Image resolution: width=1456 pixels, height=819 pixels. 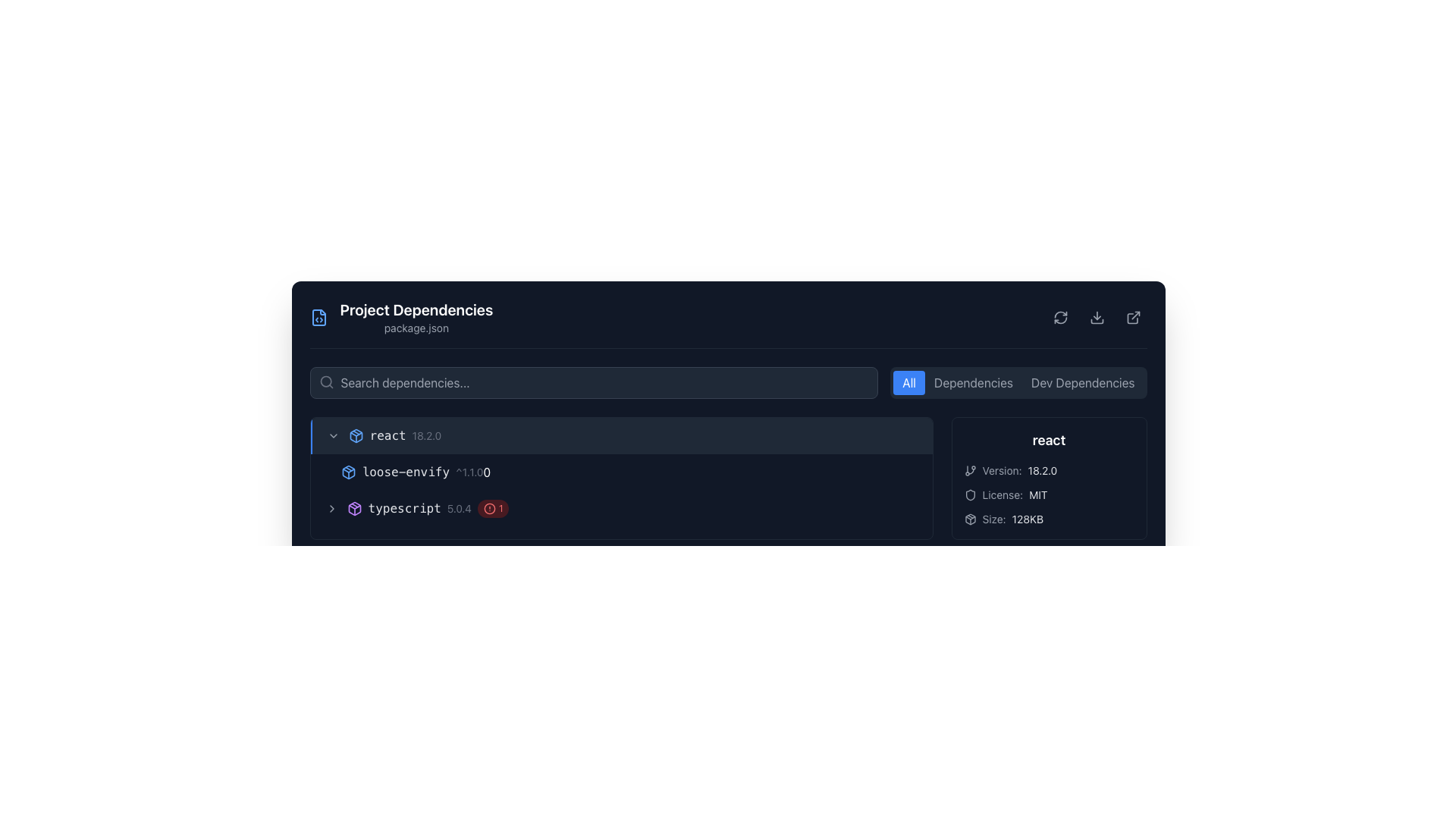 What do you see at coordinates (325, 381) in the screenshot?
I see `the circular search icon located to the left of the search input field in the top-left side of the main content area` at bounding box center [325, 381].